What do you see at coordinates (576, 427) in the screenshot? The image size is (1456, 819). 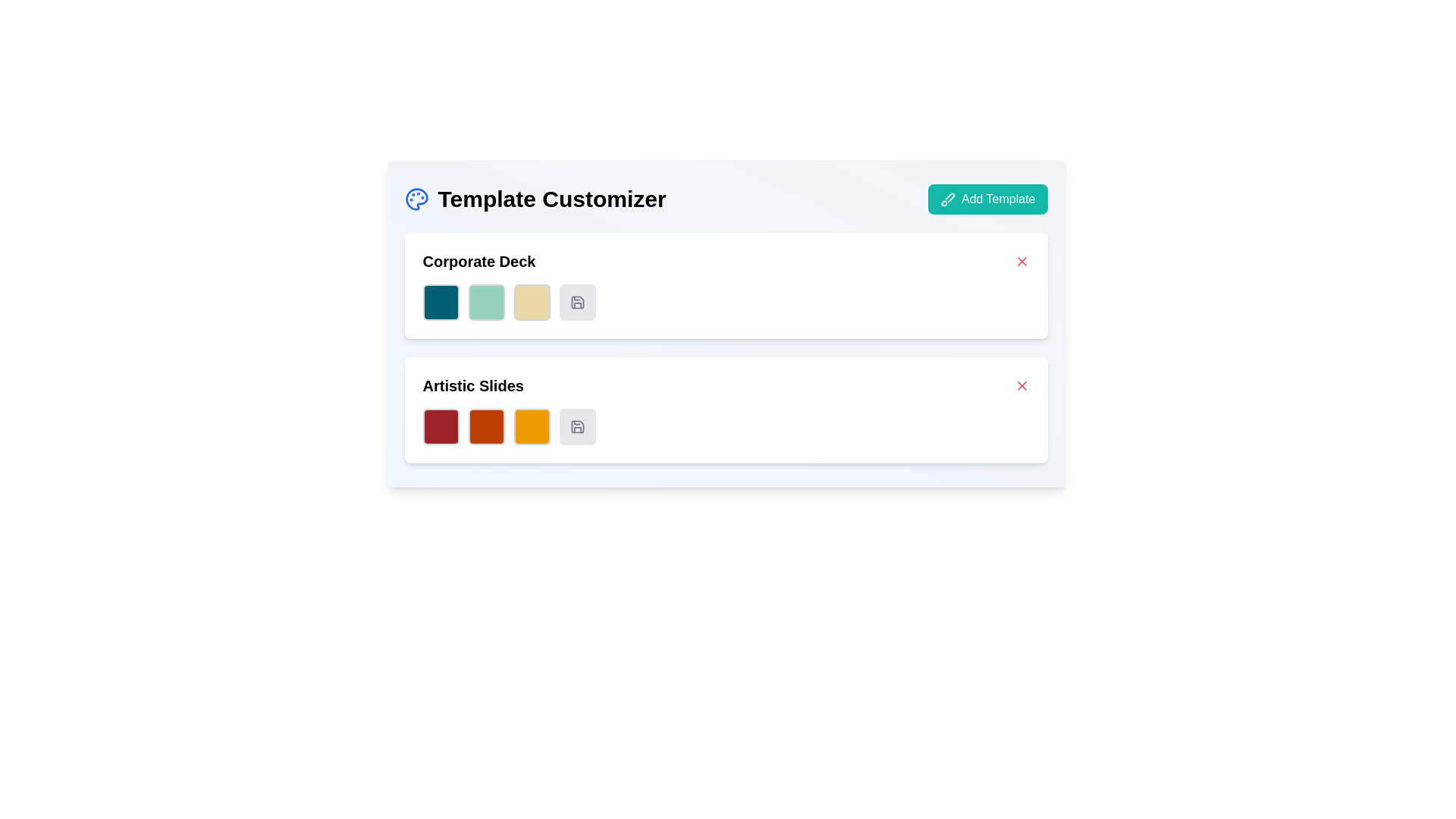 I see `the fourth button in the 'Artistic Slides' row, which has a dashed border and a save icon` at bounding box center [576, 427].